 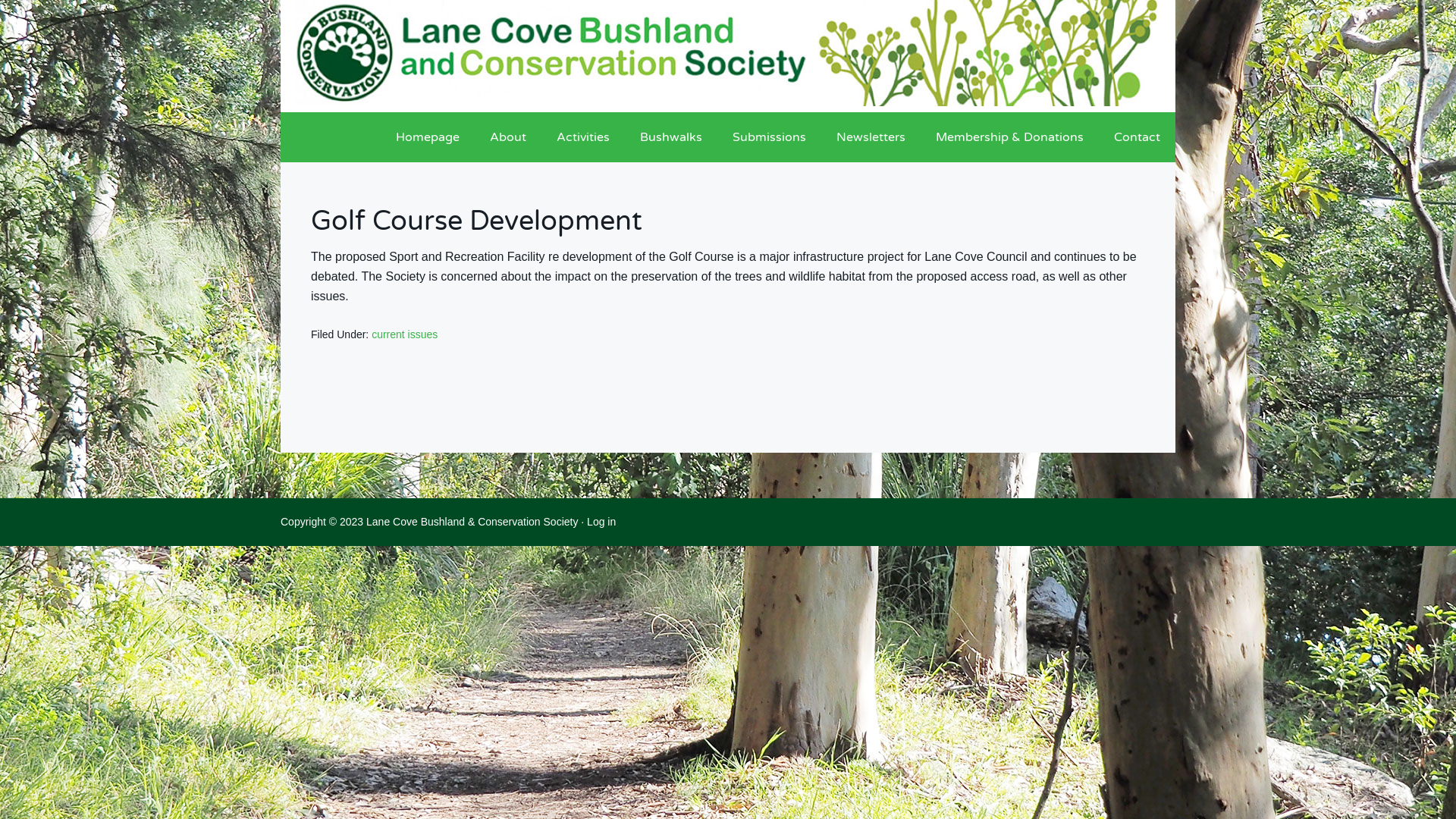 What do you see at coordinates (381, 137) in the screenshot?
I see `'Homepage'` at bounding box center [381, 137].